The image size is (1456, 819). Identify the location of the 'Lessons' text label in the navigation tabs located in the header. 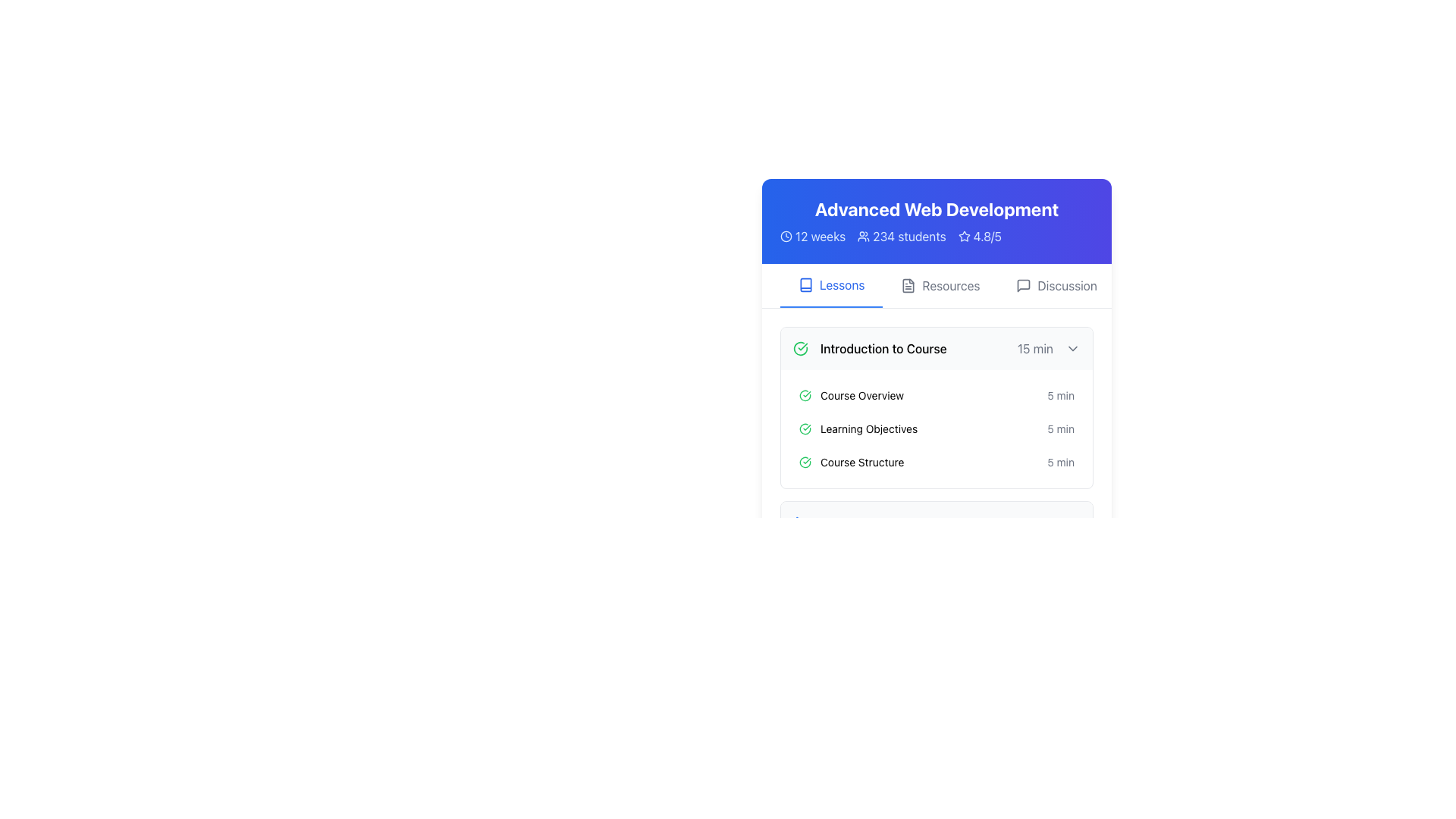
(841, 284).